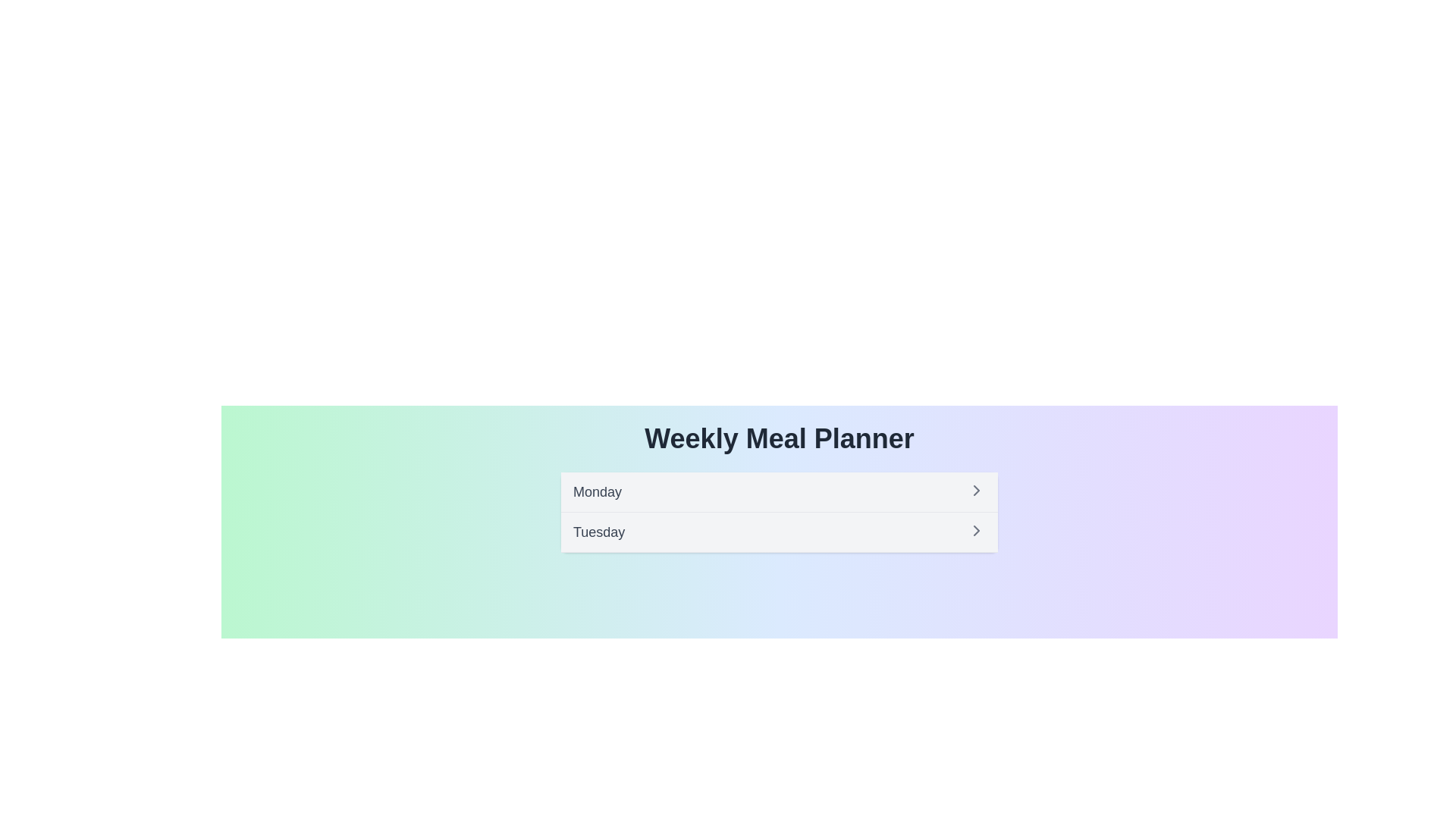 This screenshot has height=819, width=1456. Describe the element at coordinates (779, 532) in the screenshot. I see `the second interactive list item labeled 'Tuesday' using keyboard inputs` at that location.